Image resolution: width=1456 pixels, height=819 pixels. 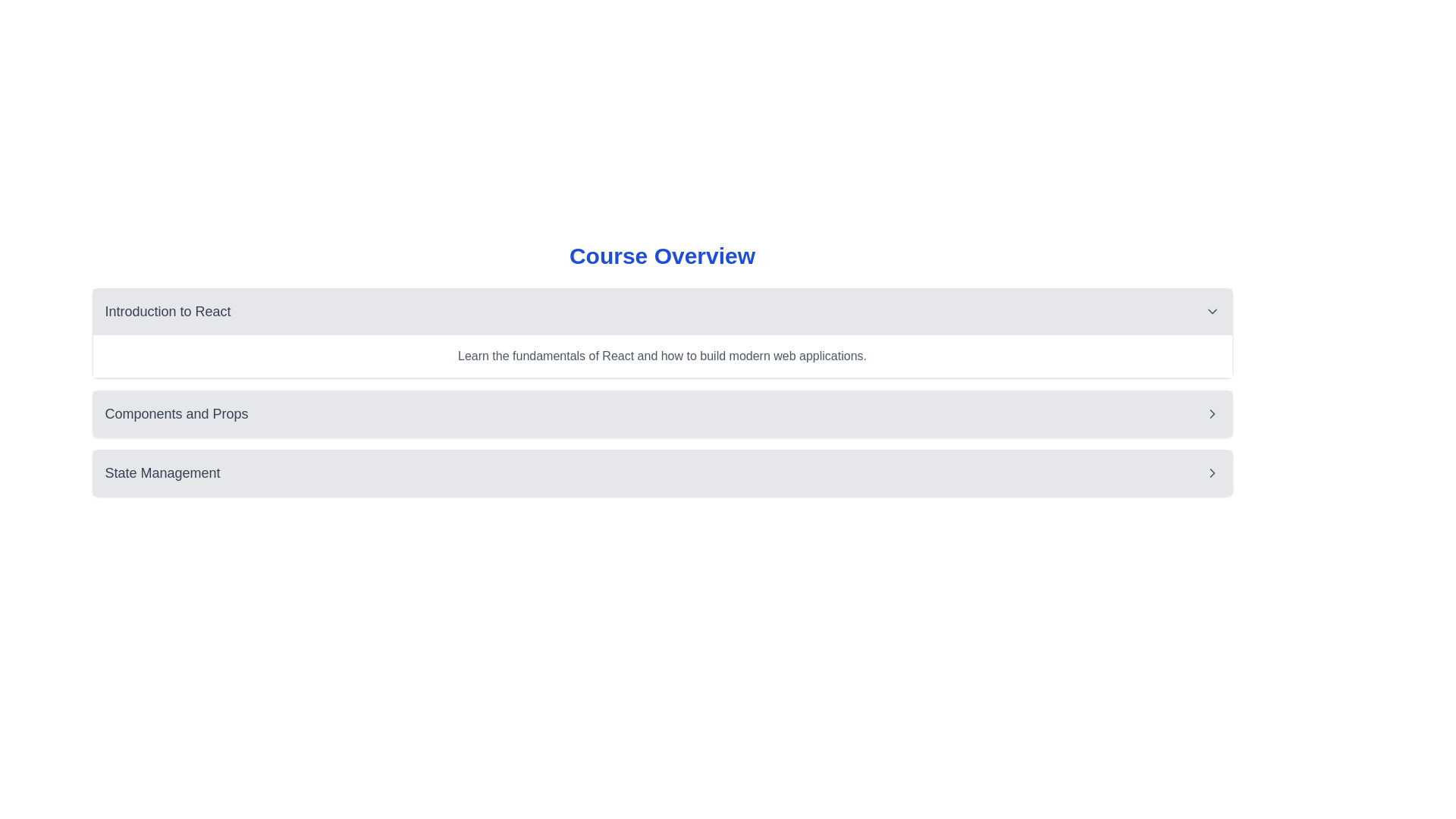 What do you see at coordinates (662, 414) in the screenshot?
I see `the navigational button for 'Components and Props' located below 'Introduction` at bounding box center [662, 414].